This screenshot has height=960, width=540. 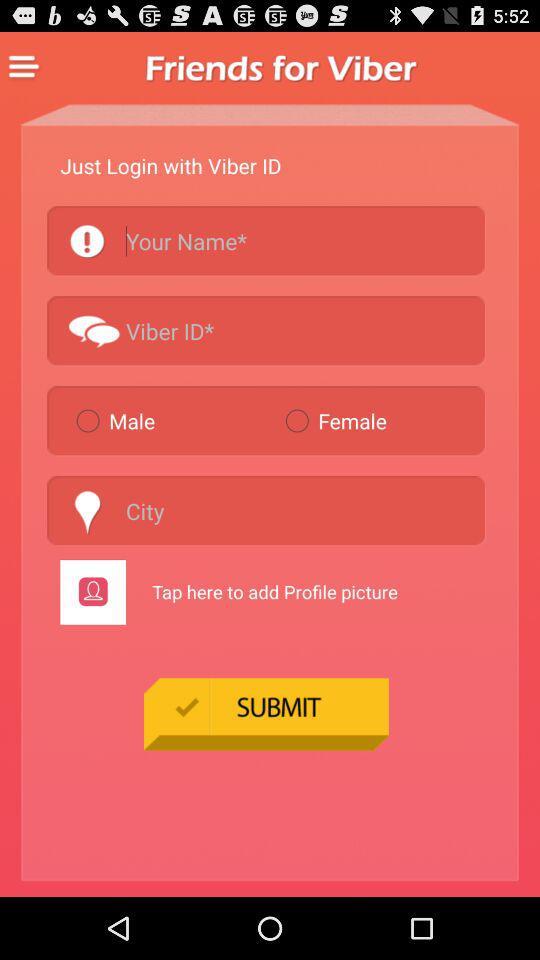 What do you see at coordinates (266, 714) in the screenshot?
I see `the item at the bottom` at bounding box center [266, 714].